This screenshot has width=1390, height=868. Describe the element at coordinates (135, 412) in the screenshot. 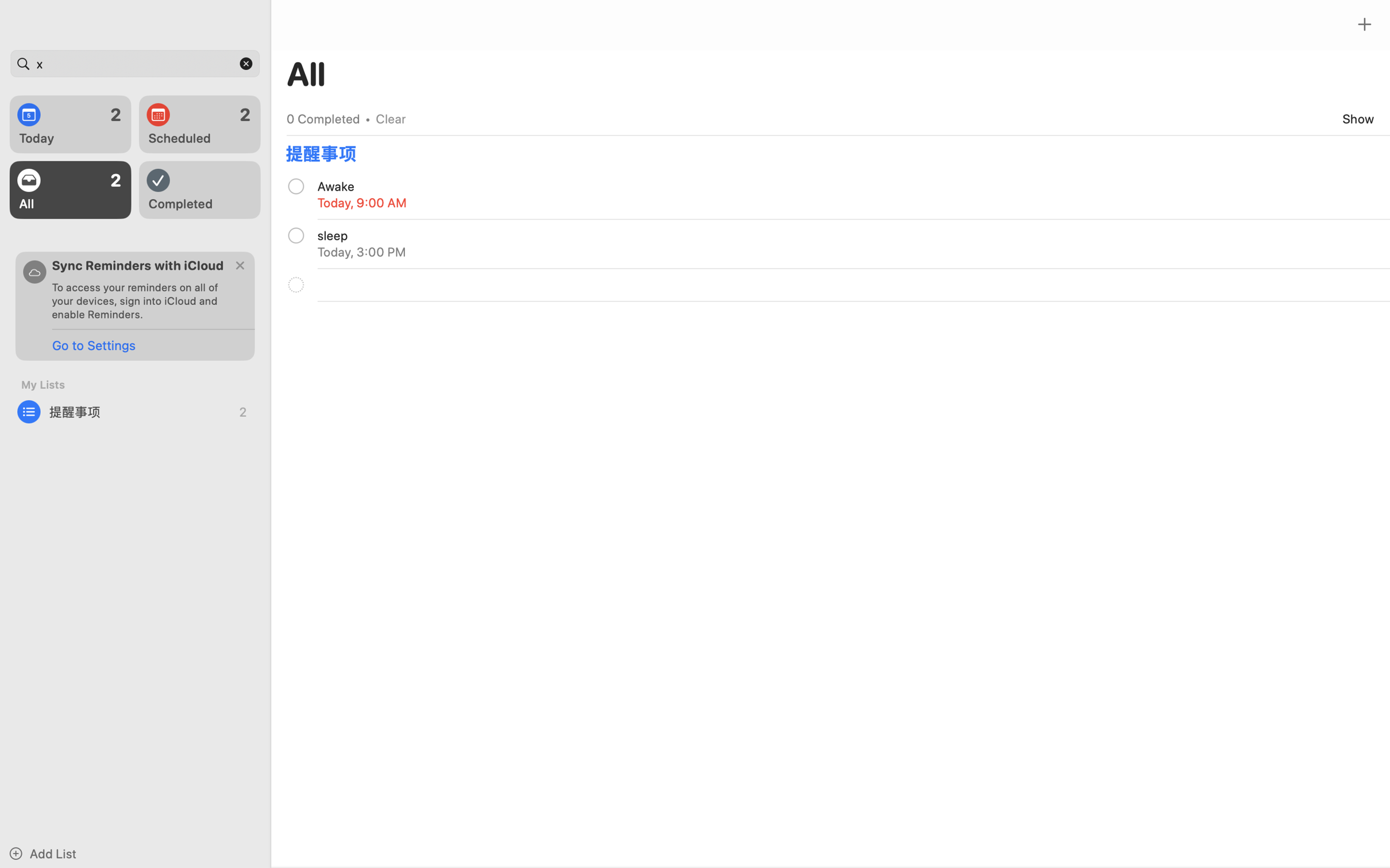

I see `'提醒事项'` at that location.